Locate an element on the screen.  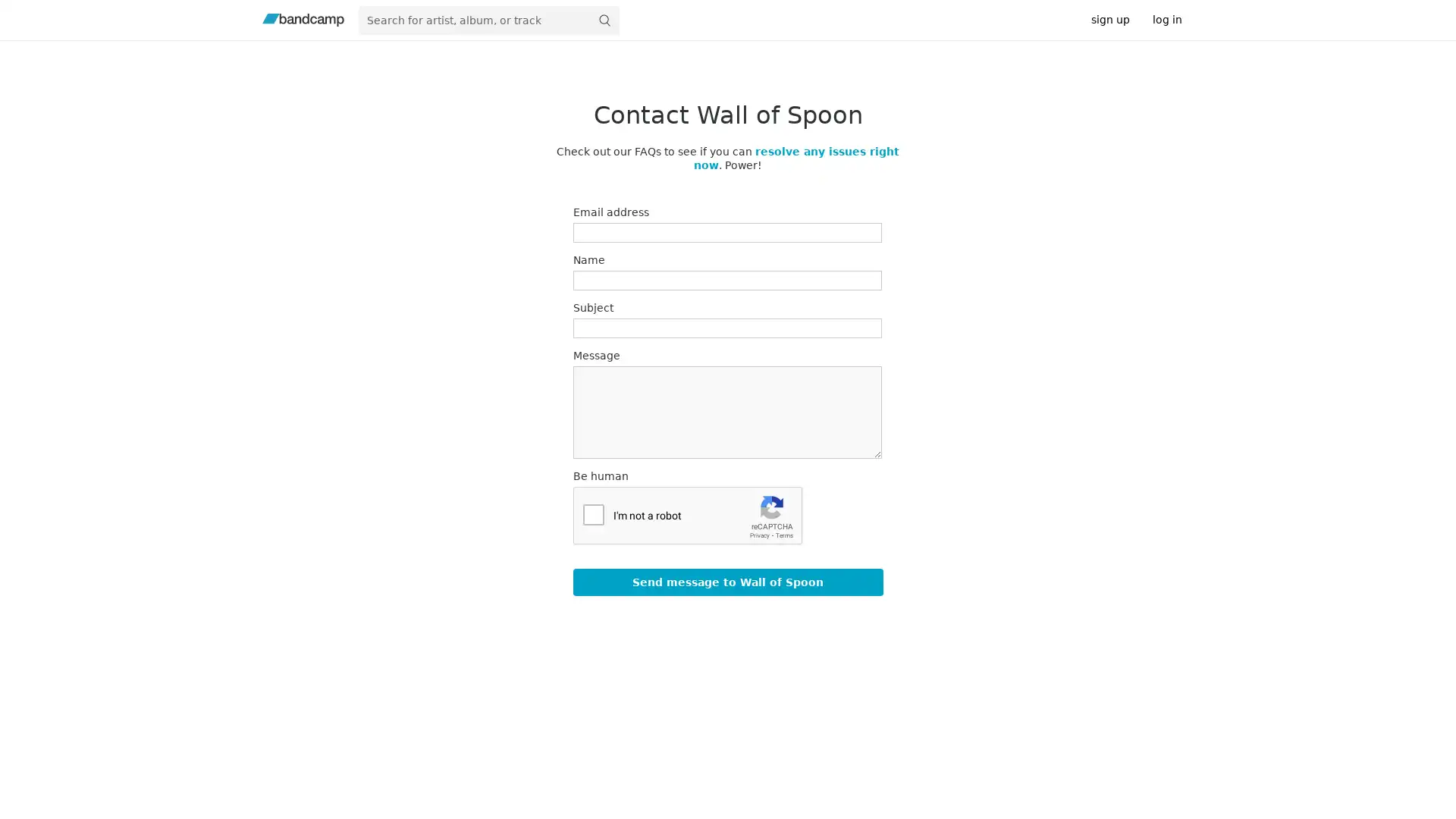
submit for full search page is located at coordinates (603, 20).